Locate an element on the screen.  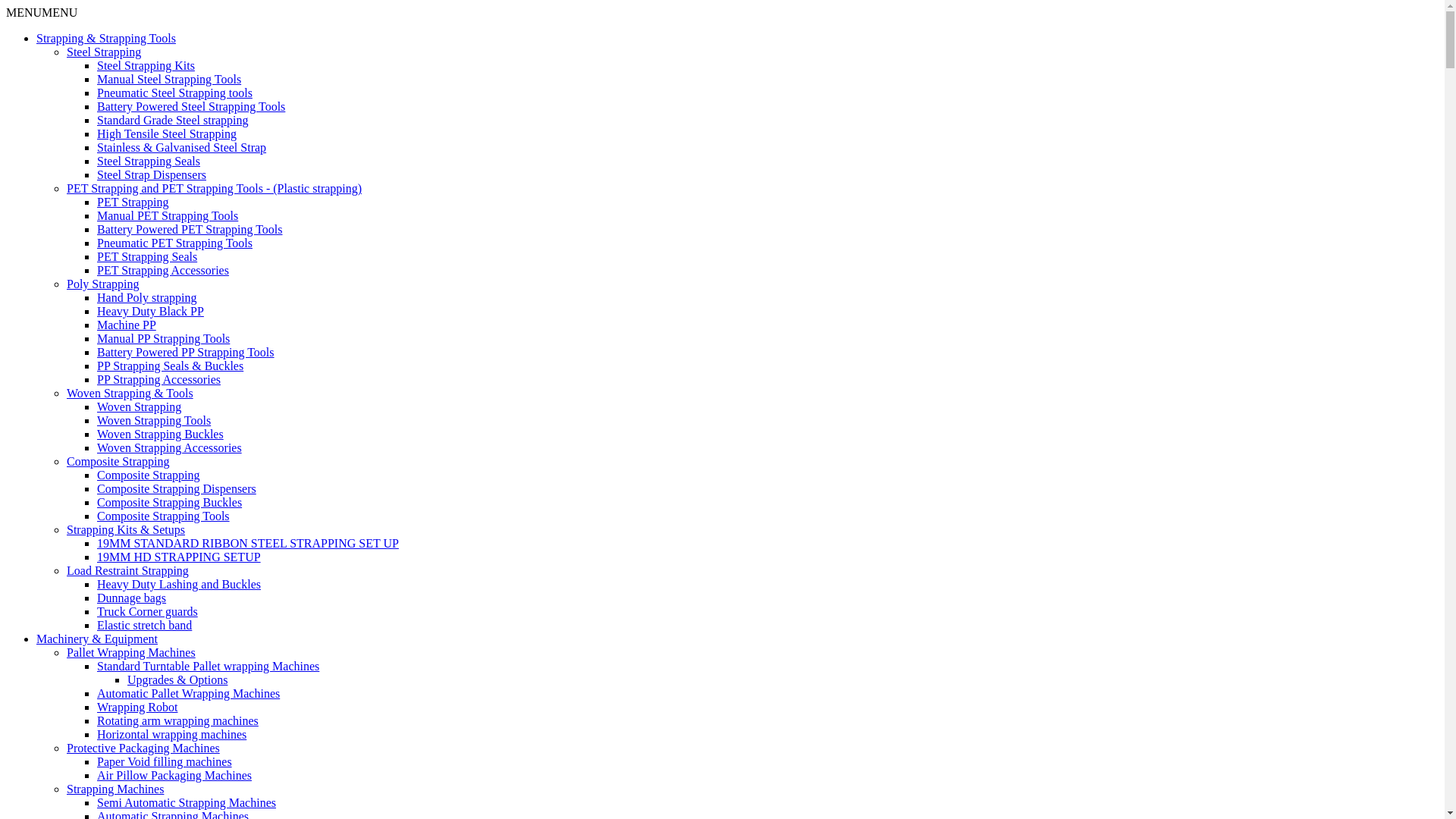
'Machinery & Equipment' is located at coordinates (96, 639).